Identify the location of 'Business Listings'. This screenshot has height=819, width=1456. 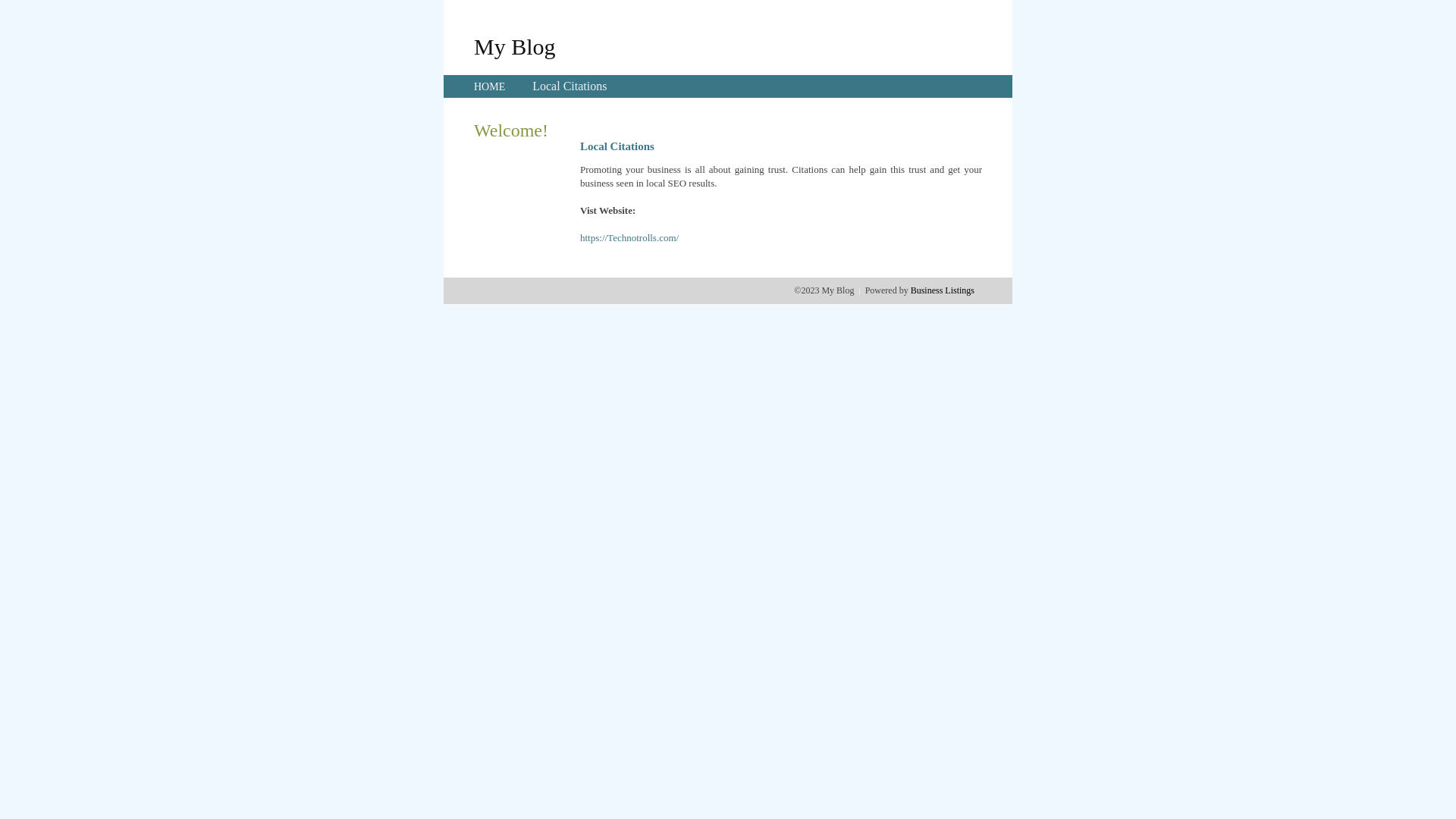
(942, 290).